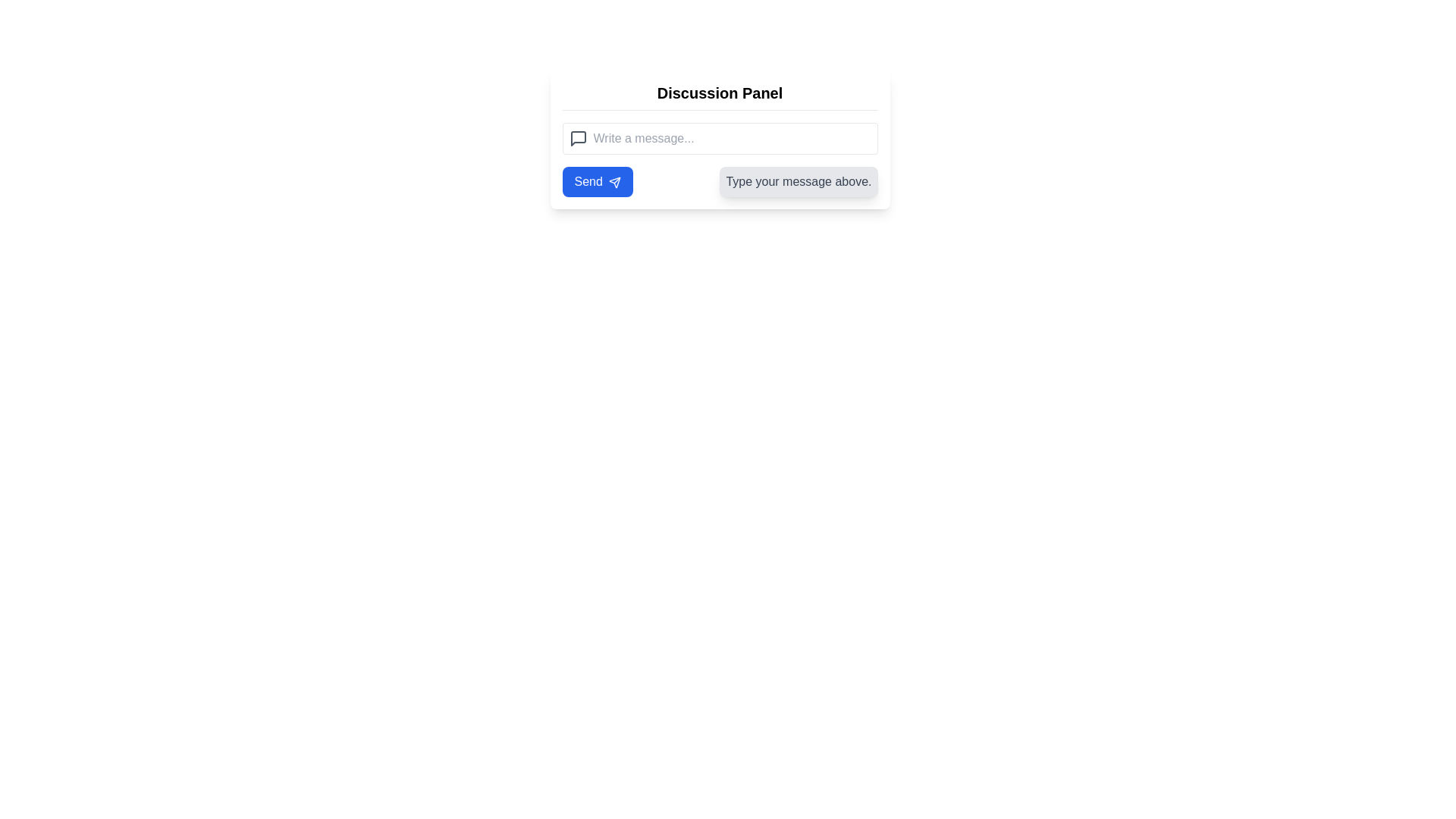 This screenshot has width=1456, height=819. I want to click on the rectangular 'Send' button with a blue background and a paper airplane icon, located at the specified coordinates to interact with it, so click(597, 180).